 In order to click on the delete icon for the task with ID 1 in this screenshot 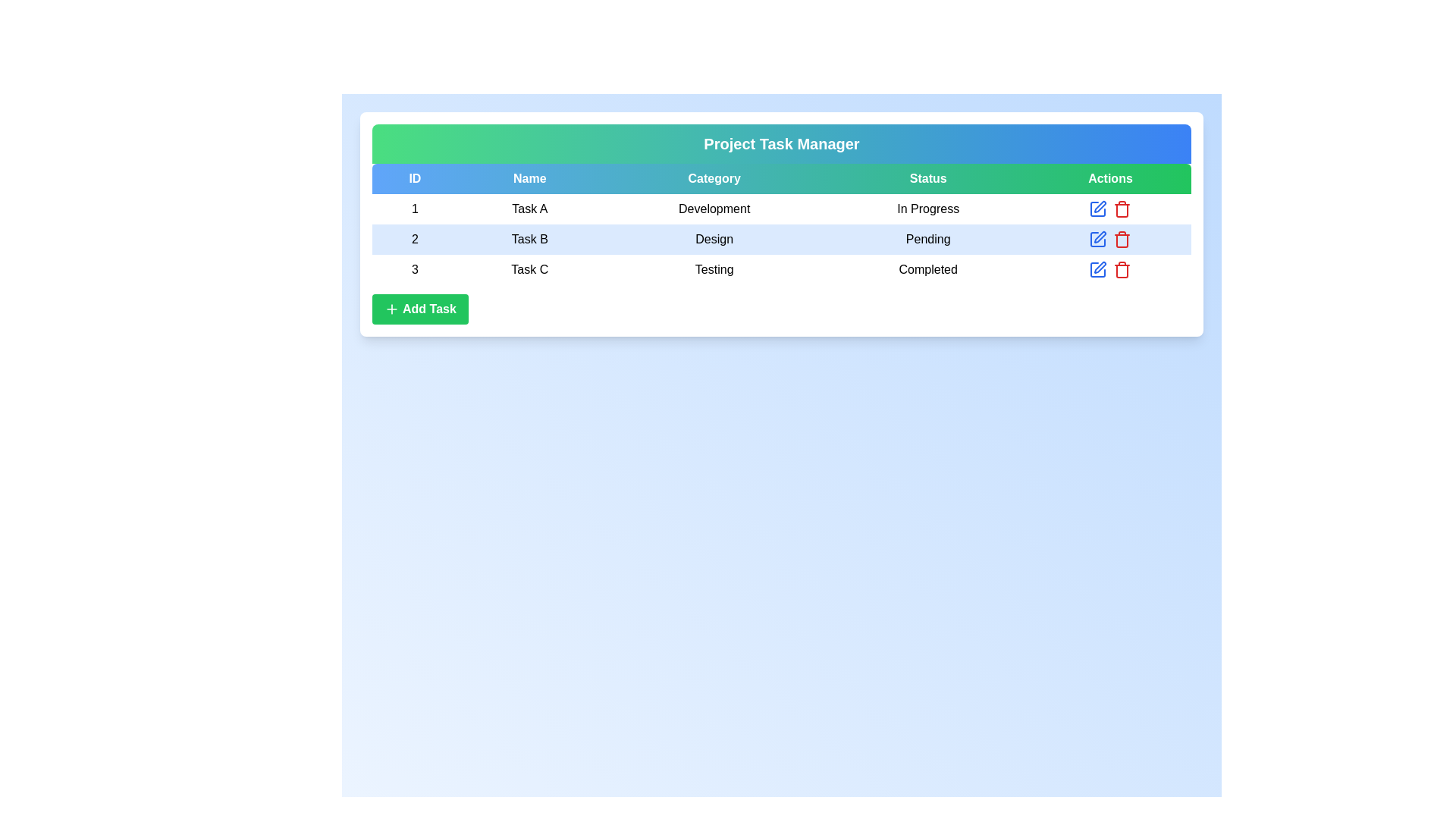, I will do `click(1122, 209)`.